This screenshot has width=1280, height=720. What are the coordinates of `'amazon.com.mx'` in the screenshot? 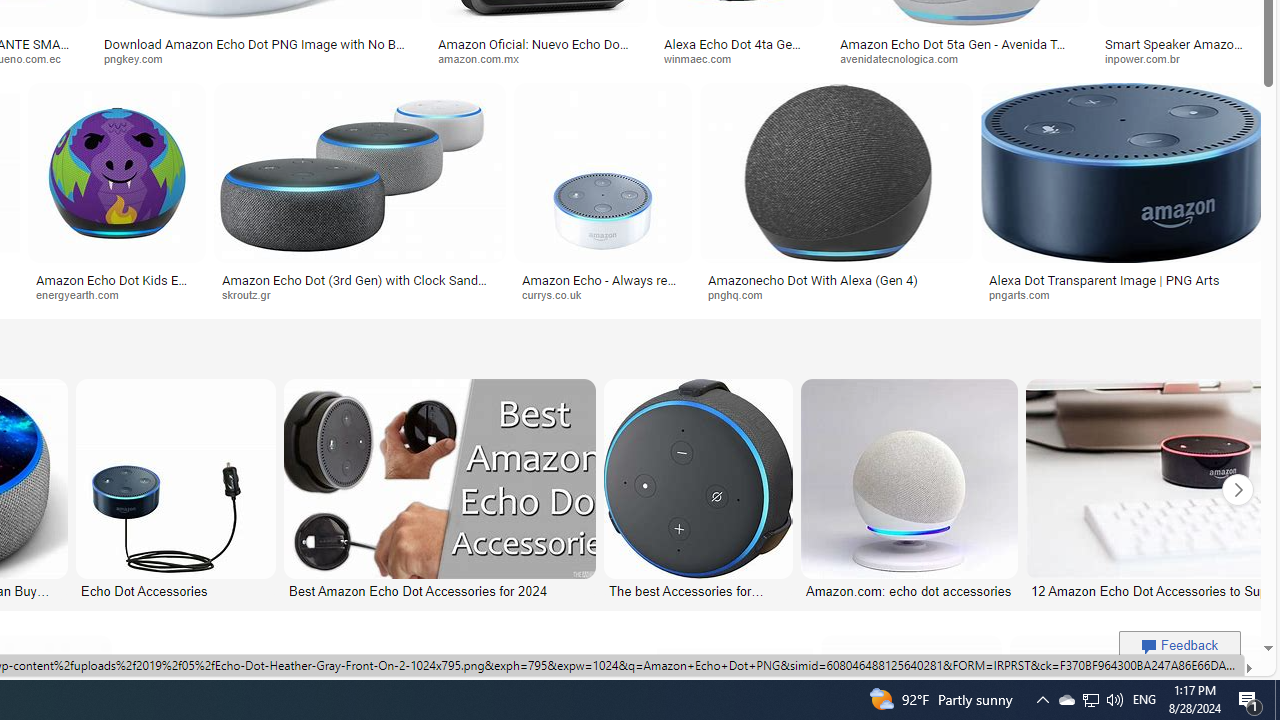 It's located at (485, 57).